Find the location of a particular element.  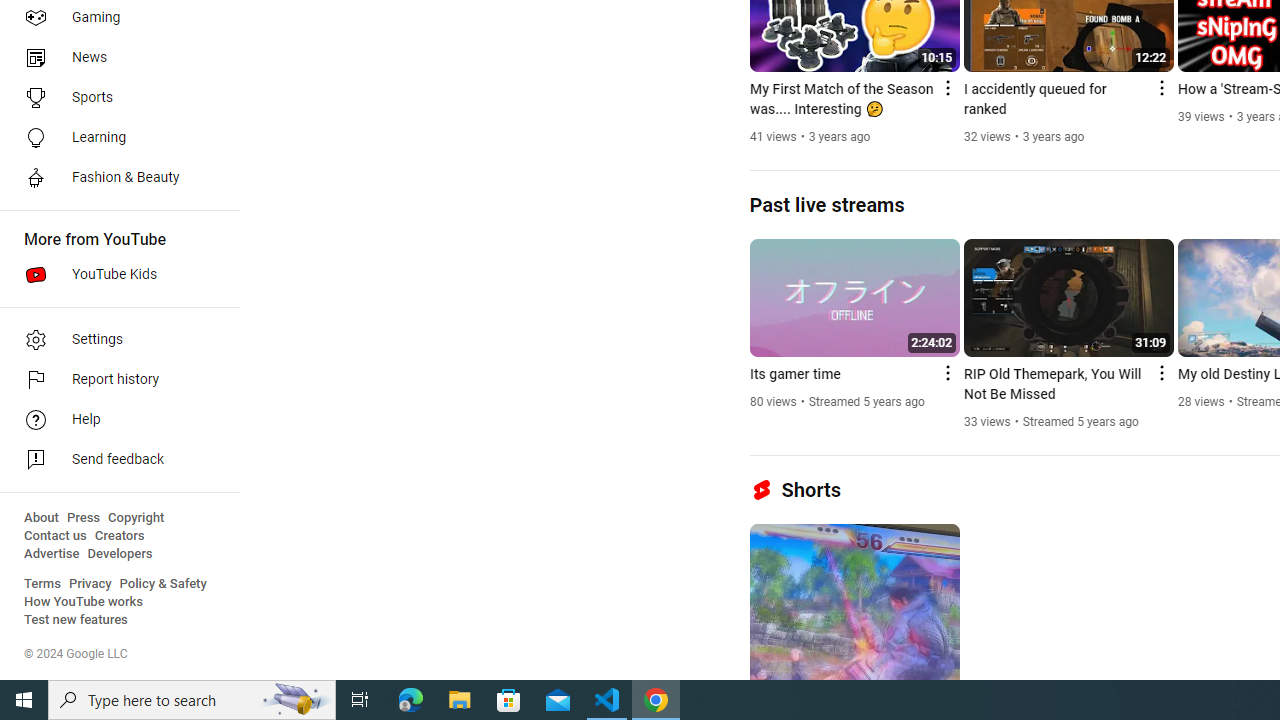

'Press' is located at coordinates (82, 517).